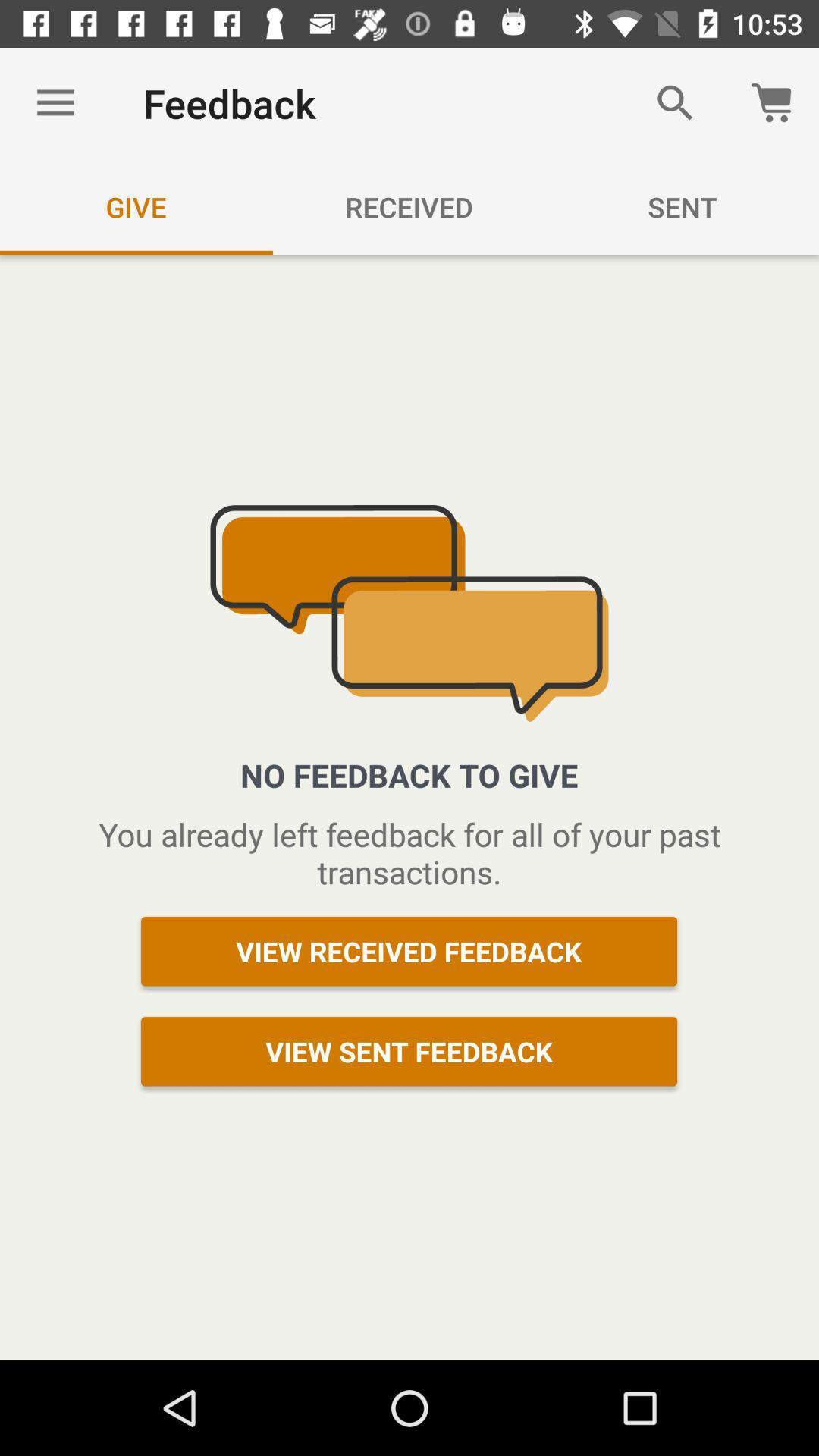 Image resolution: width=819 pixels, height=1456 pixels. I want to click on icon next to feedback, so click(55, 102).